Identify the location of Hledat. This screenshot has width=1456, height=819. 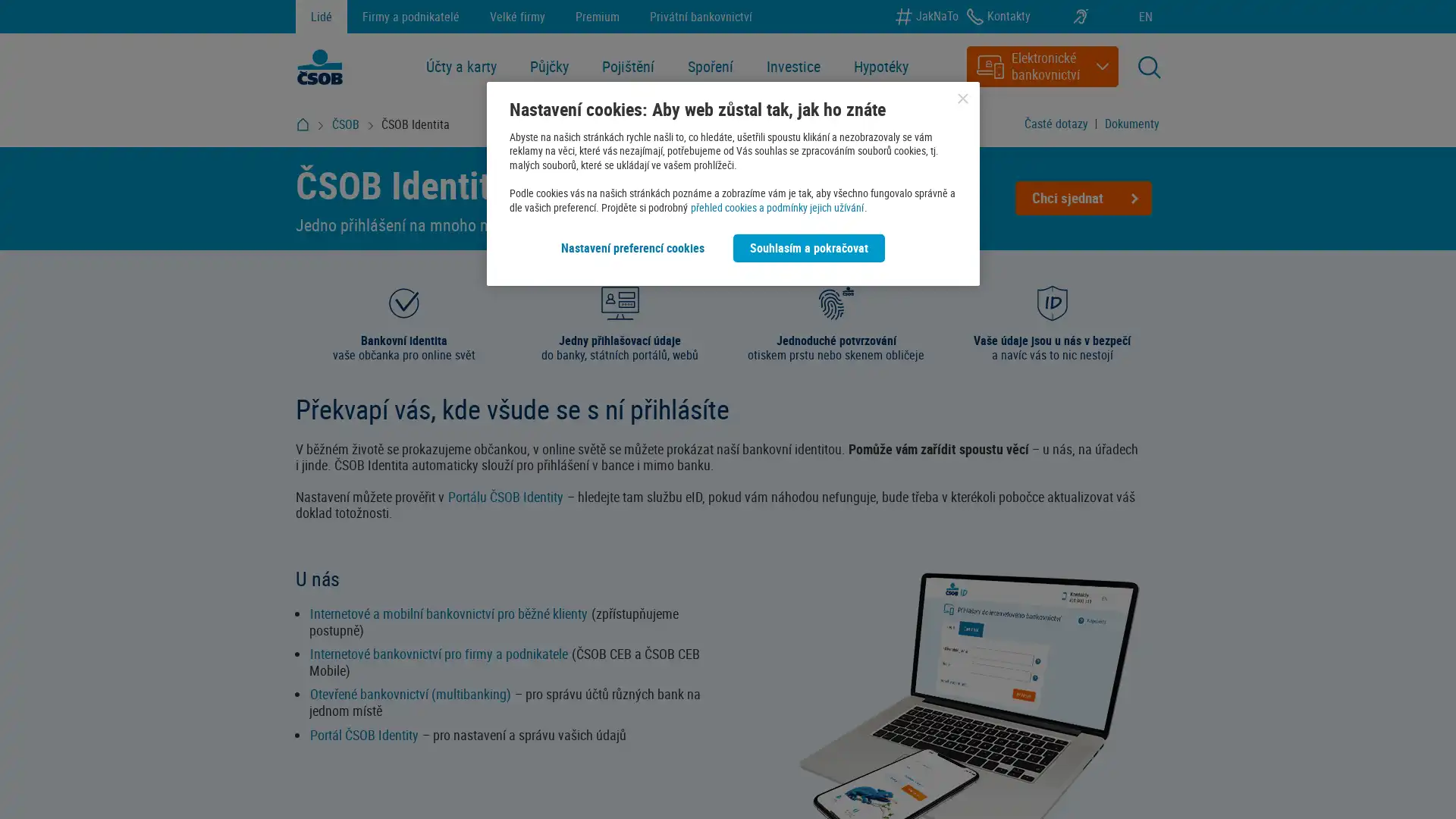
(1080, 130).